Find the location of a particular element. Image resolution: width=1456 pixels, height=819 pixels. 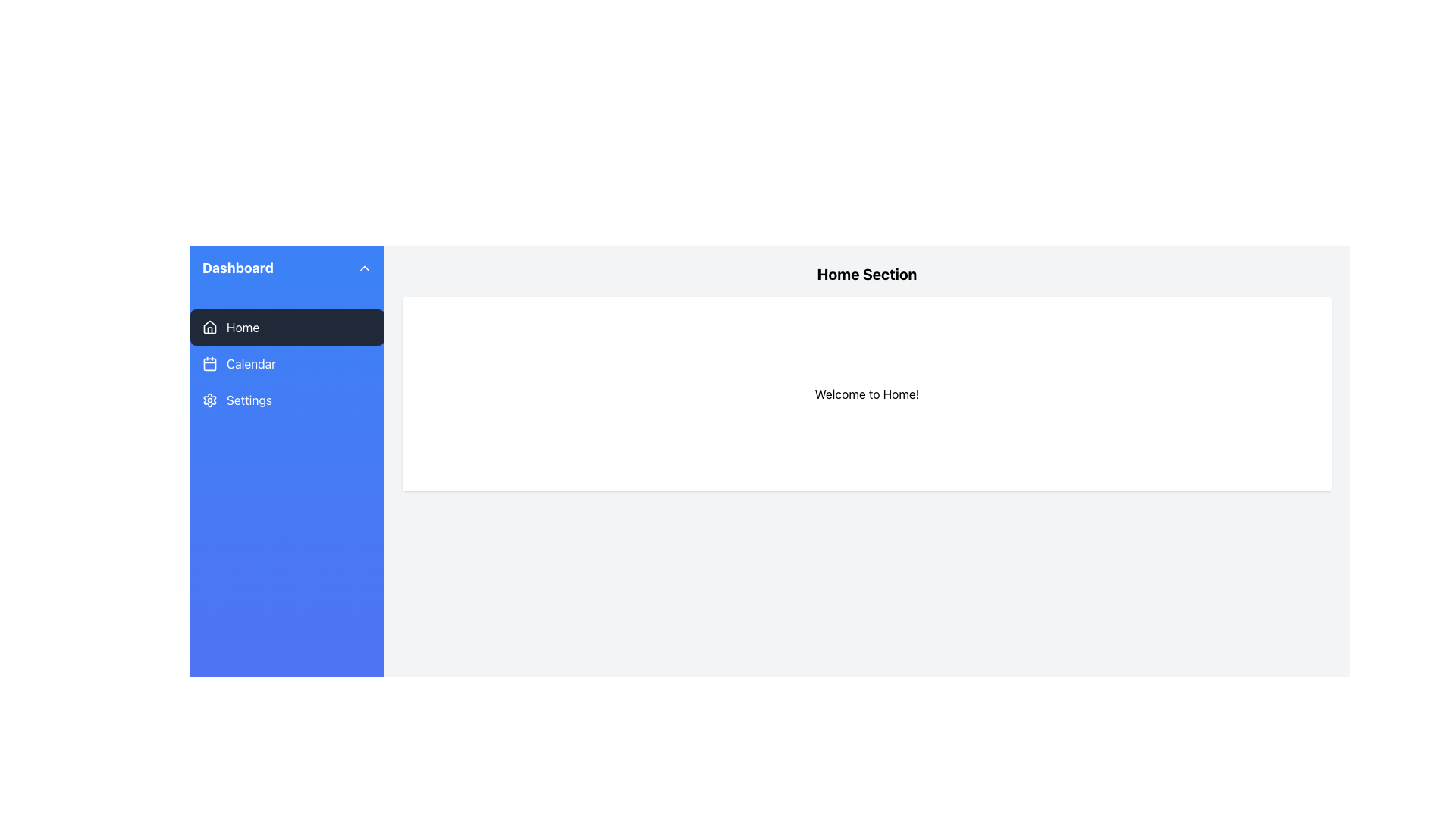

the settings cogwheel icon located beside the 'Settings' text label in the left-side navigation bar is located at coordinates (209, 400).